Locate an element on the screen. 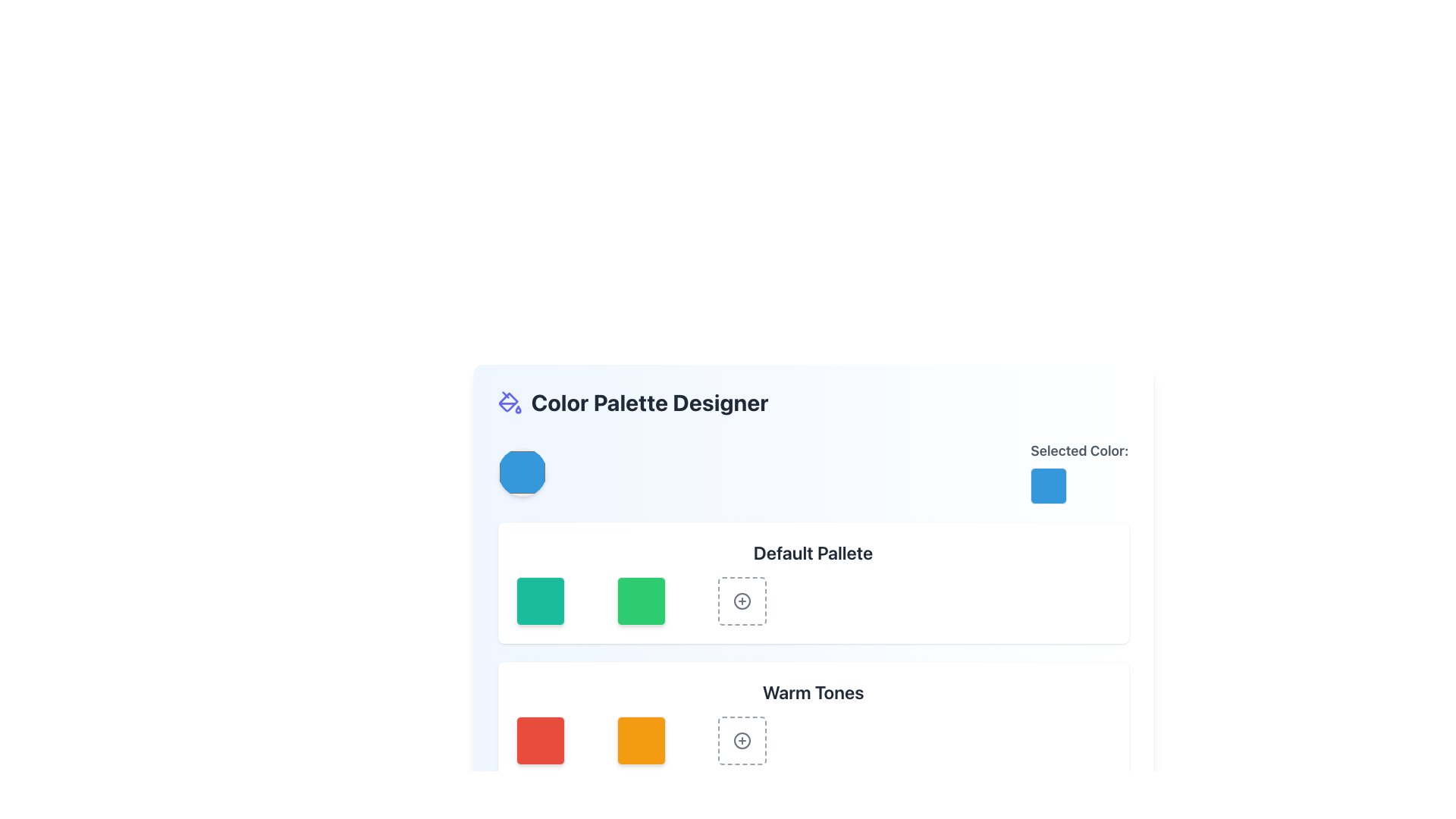 This screenshot has height=819, width=1456. the first interactive visual tile with a green background and rounded corners in the 'Default Palette' is located at coordinates (540, 601).